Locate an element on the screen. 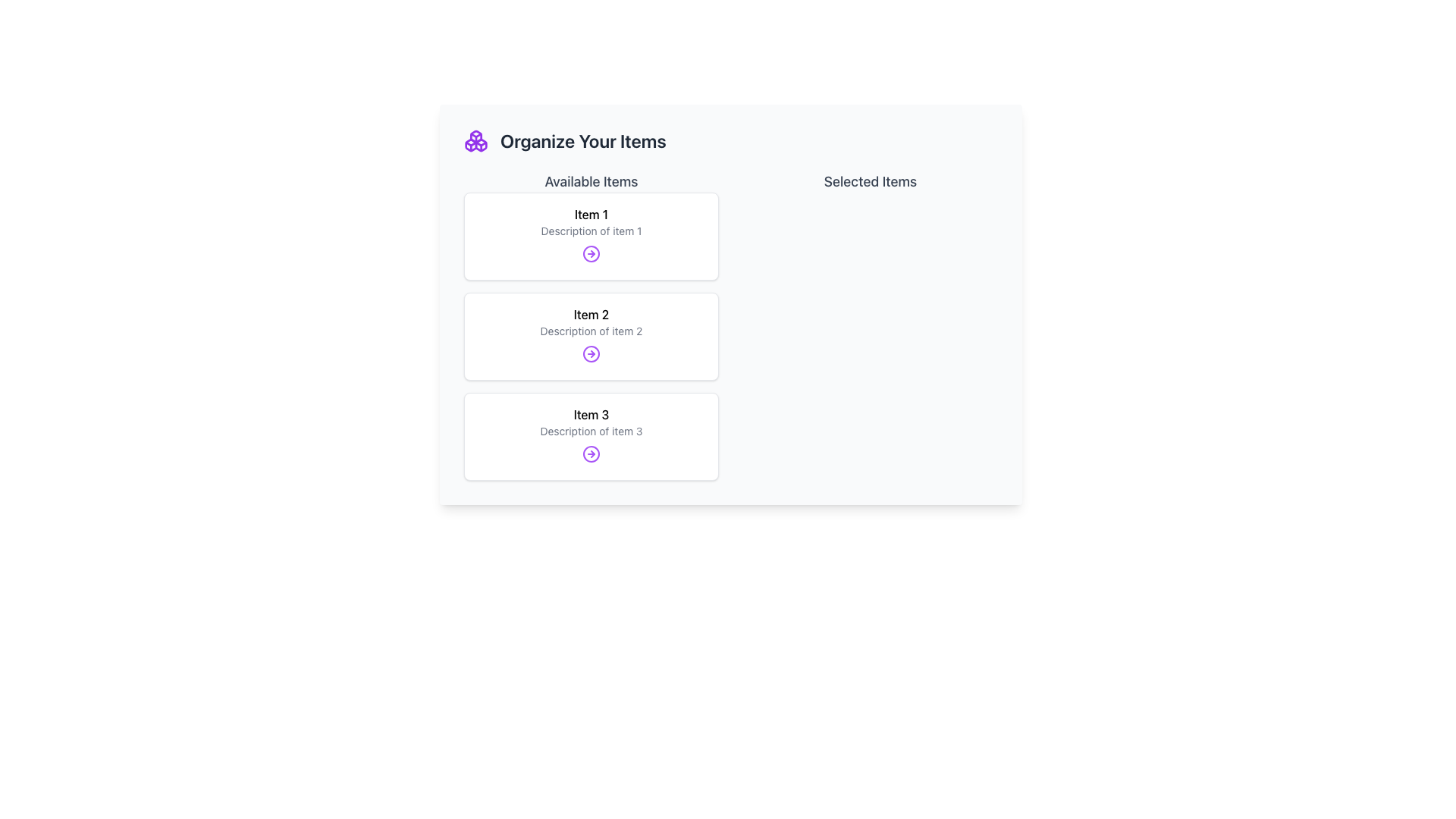 This screenshot has width=1456, height=819. the Decorative Icon Fragment located above the 'Organize Your Items' header, which features a geometric design with a purple accent is located at coordinates (475, 136).